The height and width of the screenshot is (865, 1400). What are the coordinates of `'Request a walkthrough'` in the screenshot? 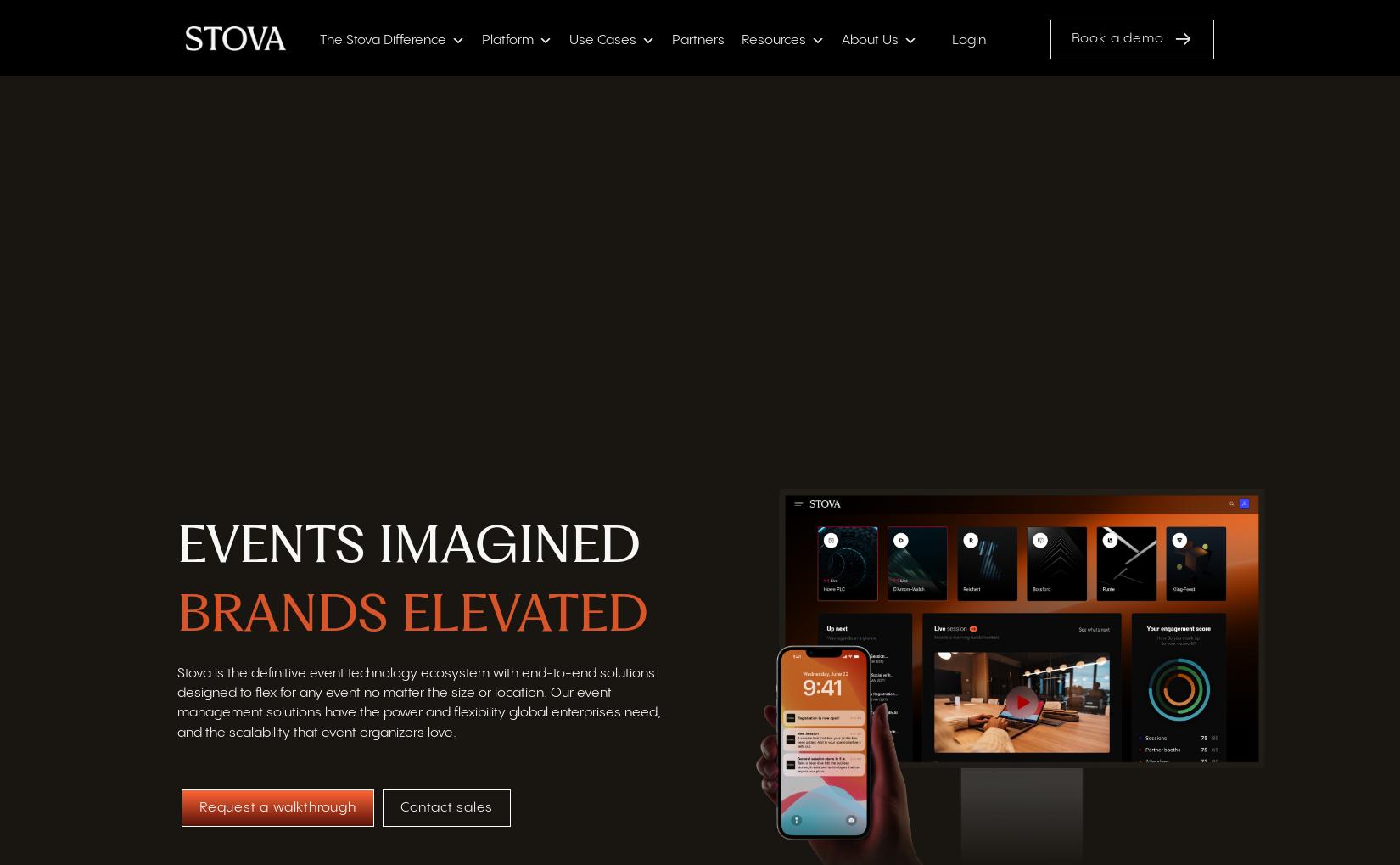 It's located at (277, 808).